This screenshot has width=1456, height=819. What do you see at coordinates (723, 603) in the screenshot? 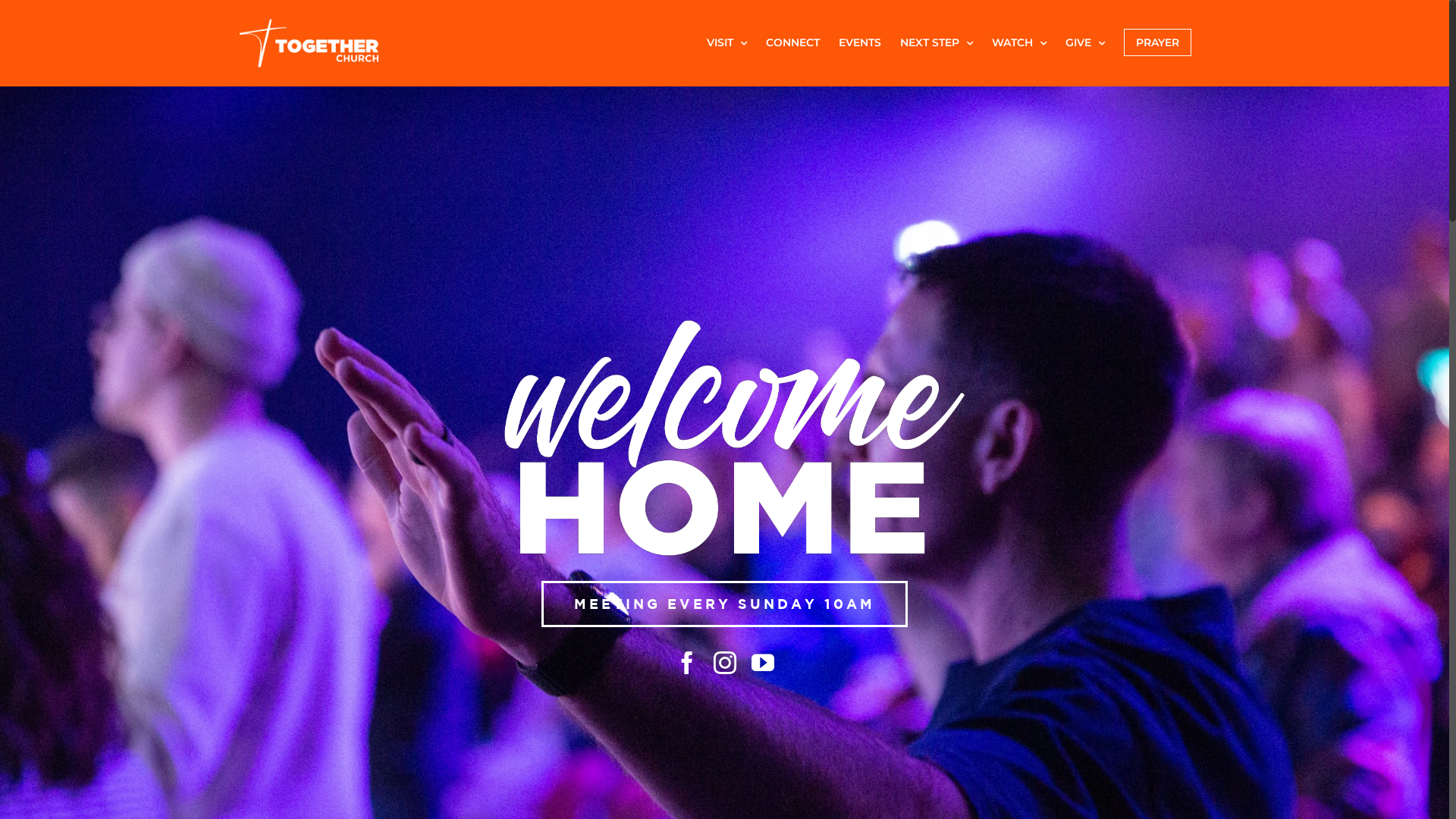
I see `'MEETING EVERY SUNDAY 10AM'` at bounding box center [723, 603].